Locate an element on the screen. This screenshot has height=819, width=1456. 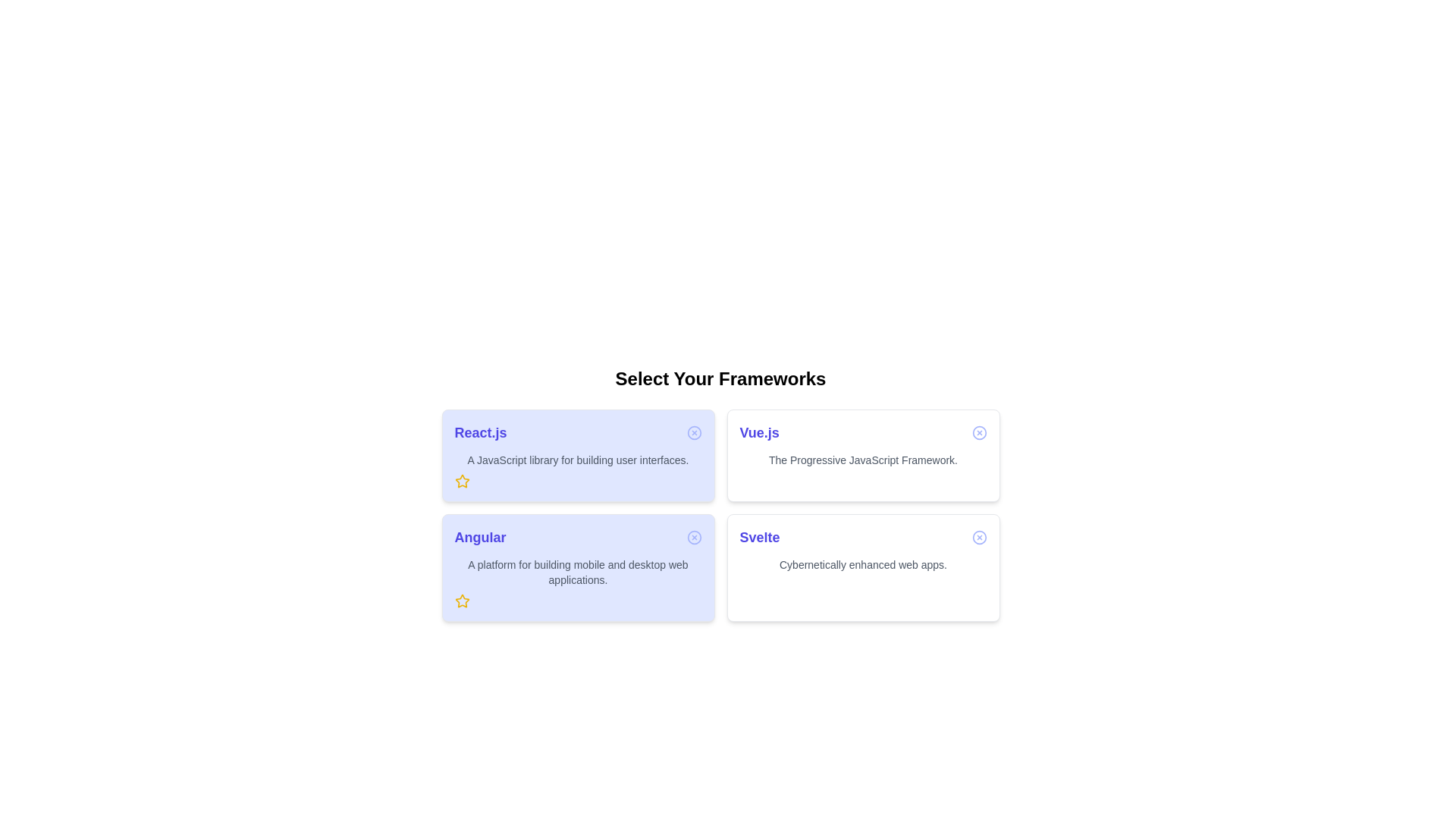
the chip labeled Svelte to observe its hover effect is located at coordinates (863, 567).